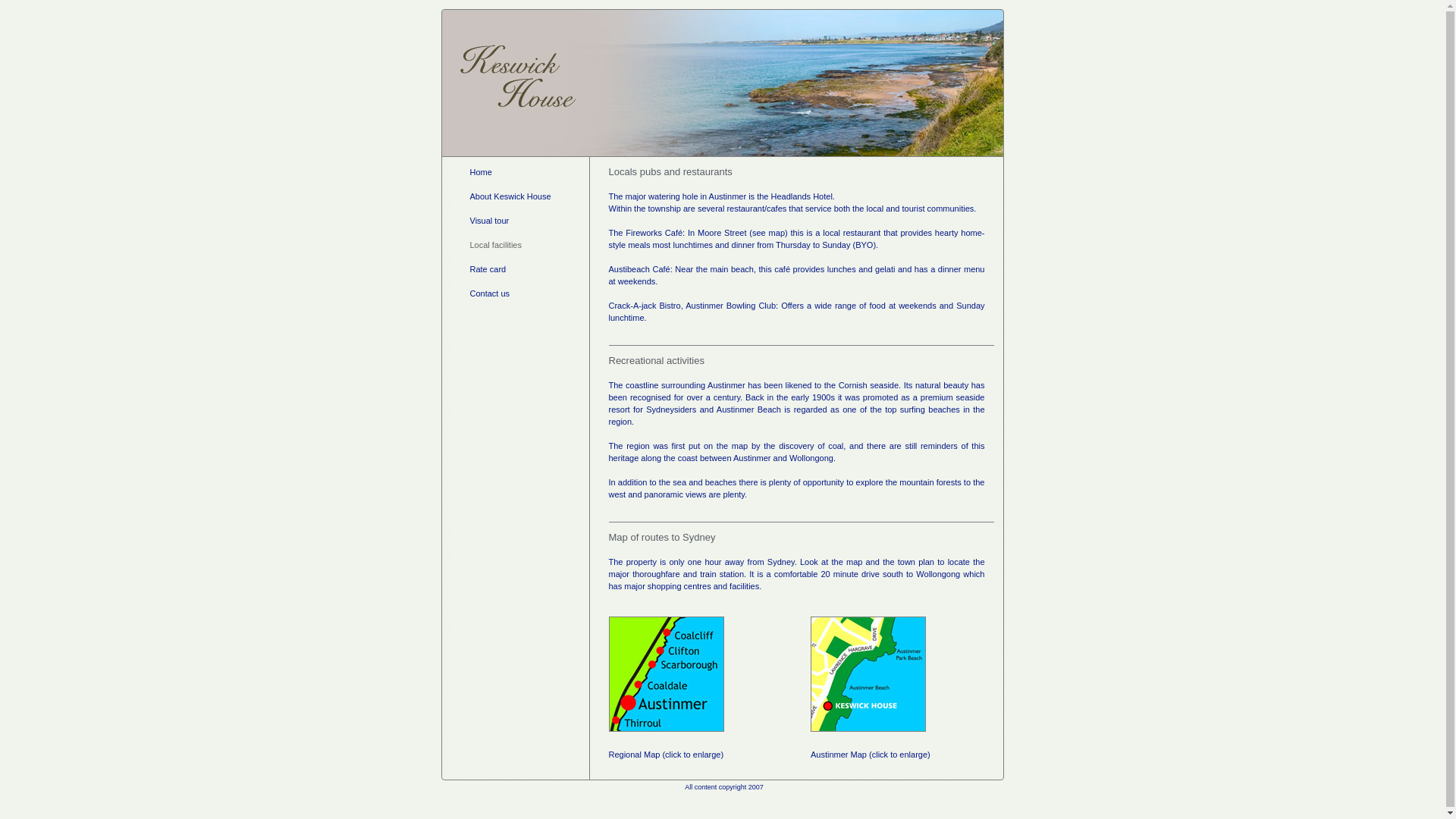 The image size is (1456, 819). What do you see at coordinates (469, 293) in the screenshot?
I see `'Contact us'` at bounding box center [469, 293].